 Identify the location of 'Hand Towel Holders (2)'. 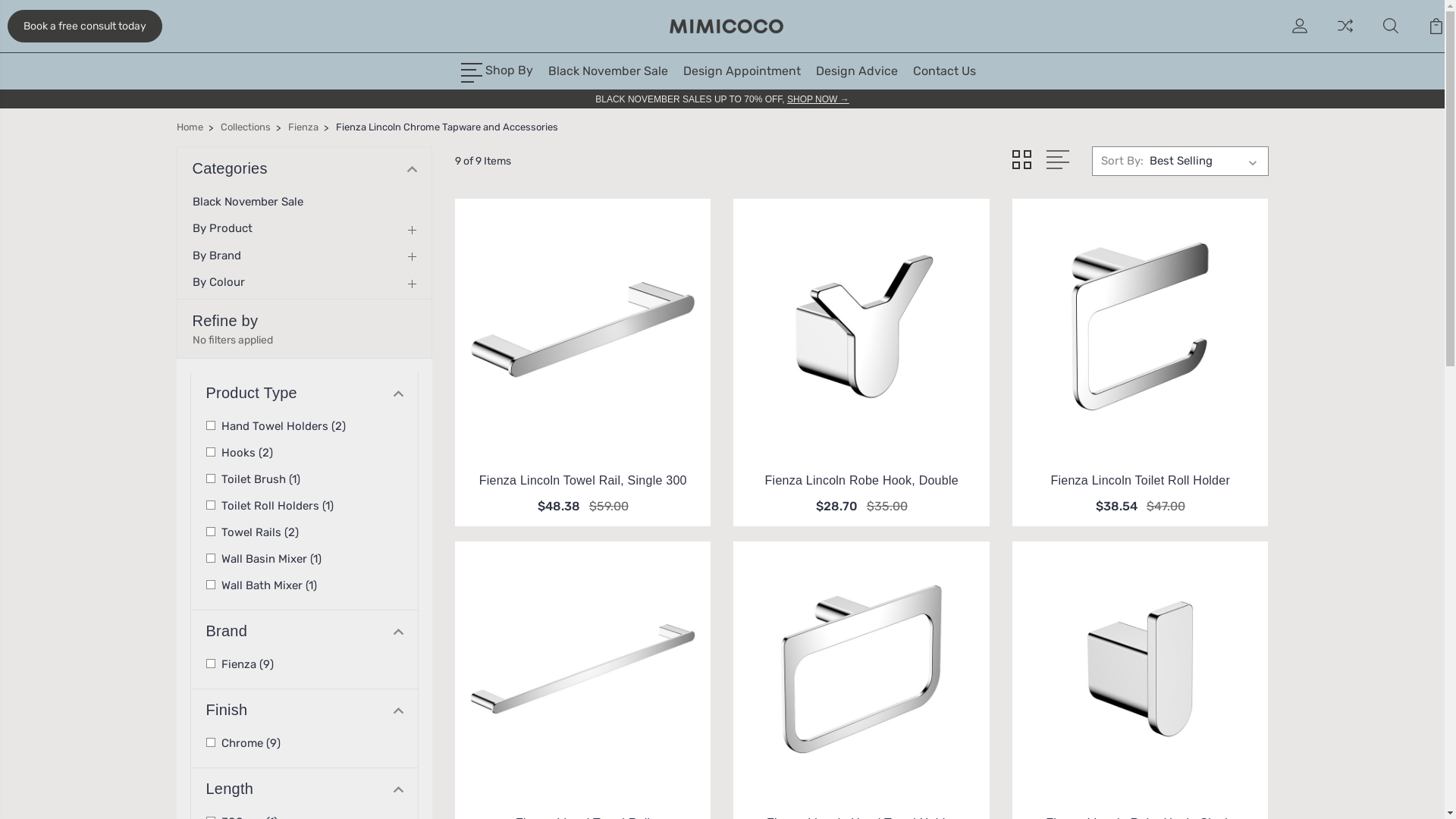
(304, 426).